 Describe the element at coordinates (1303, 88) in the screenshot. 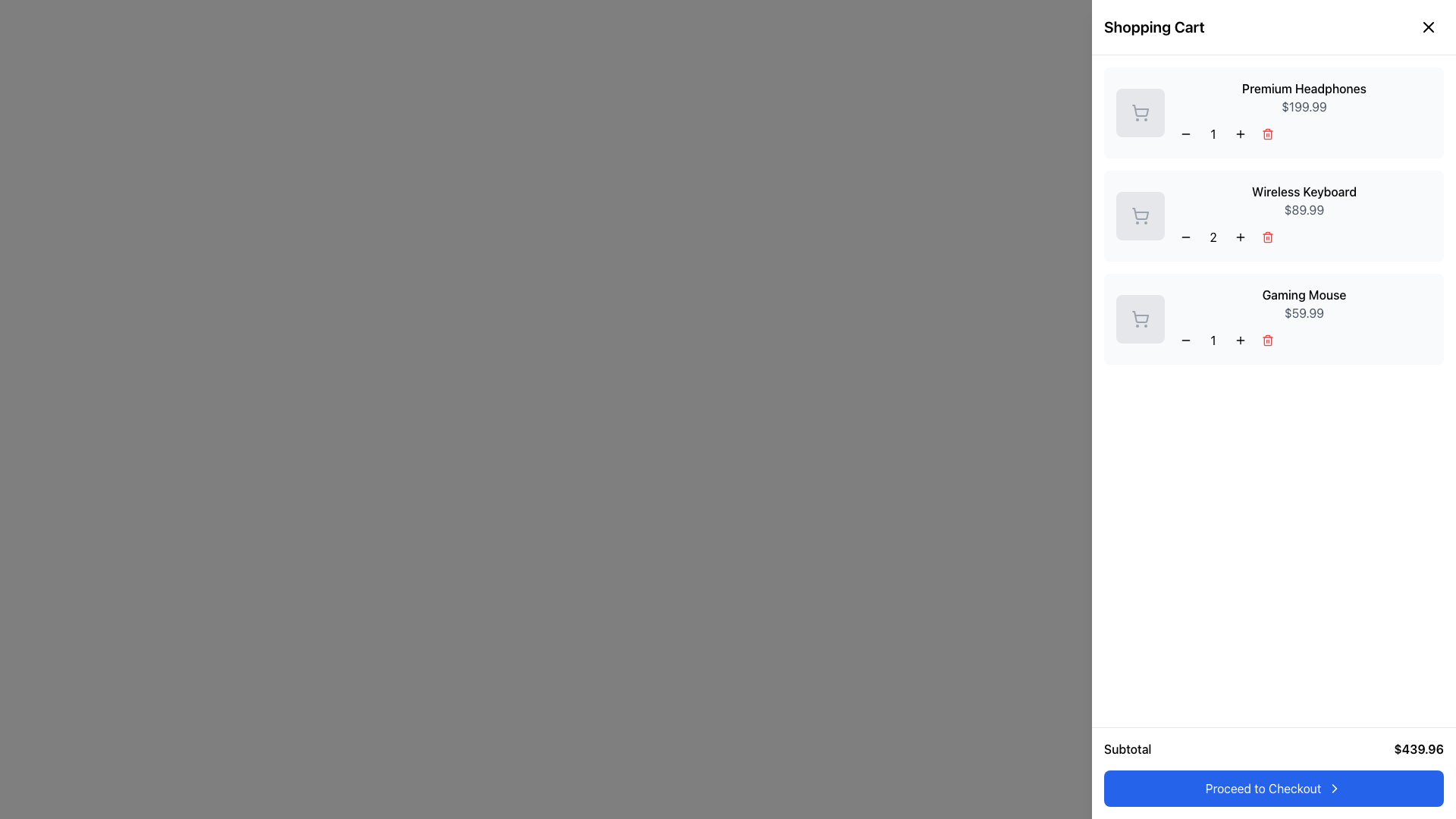

I see `the text label that identifies the associated product in the shopping cart interface, located near the top right side, above the '$199.99' label` at that location.